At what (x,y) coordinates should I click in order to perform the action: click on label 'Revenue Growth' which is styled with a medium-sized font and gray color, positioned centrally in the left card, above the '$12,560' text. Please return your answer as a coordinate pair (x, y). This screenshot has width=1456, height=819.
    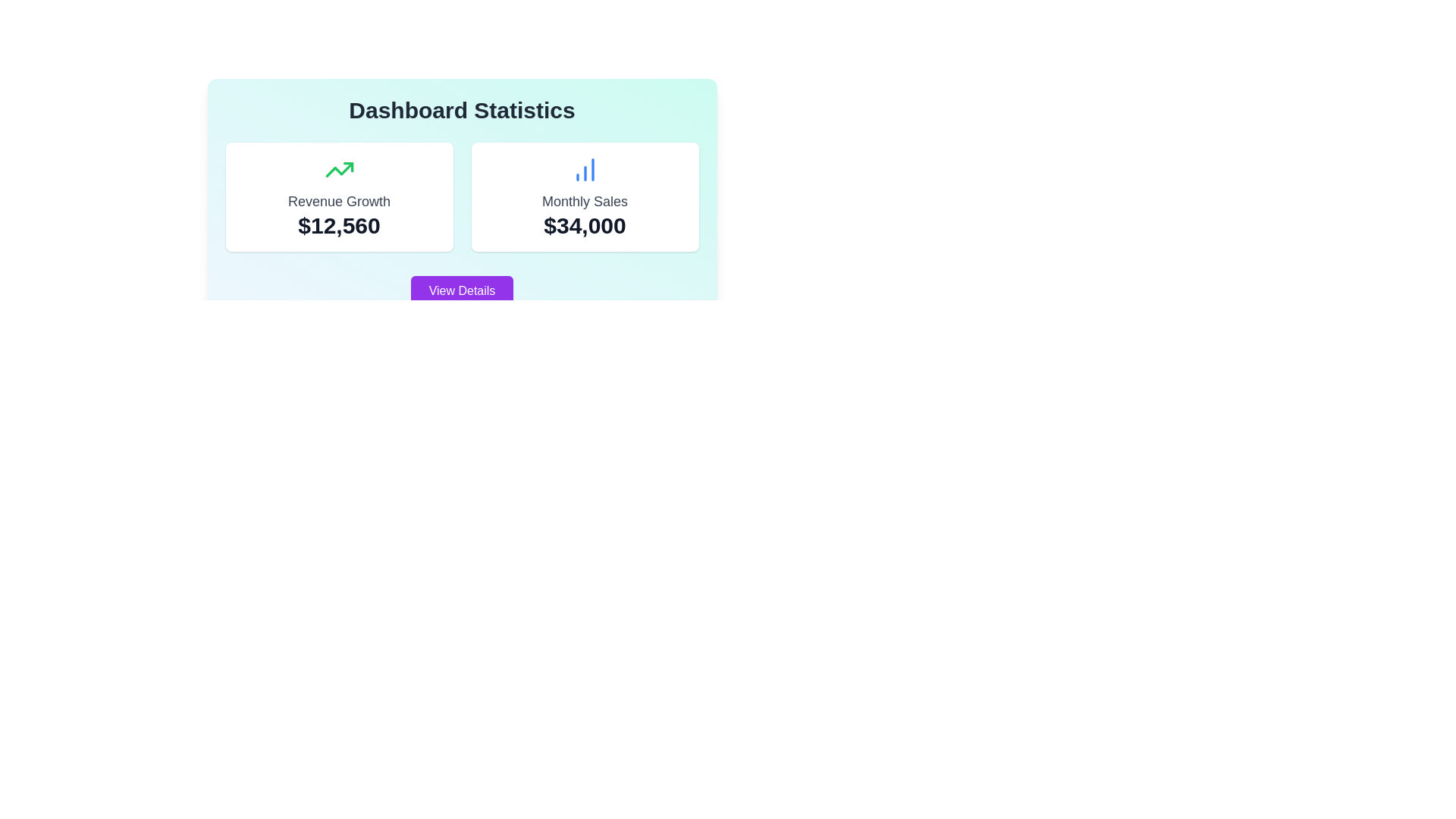
    Looking at the image, I should click on (338, 201).